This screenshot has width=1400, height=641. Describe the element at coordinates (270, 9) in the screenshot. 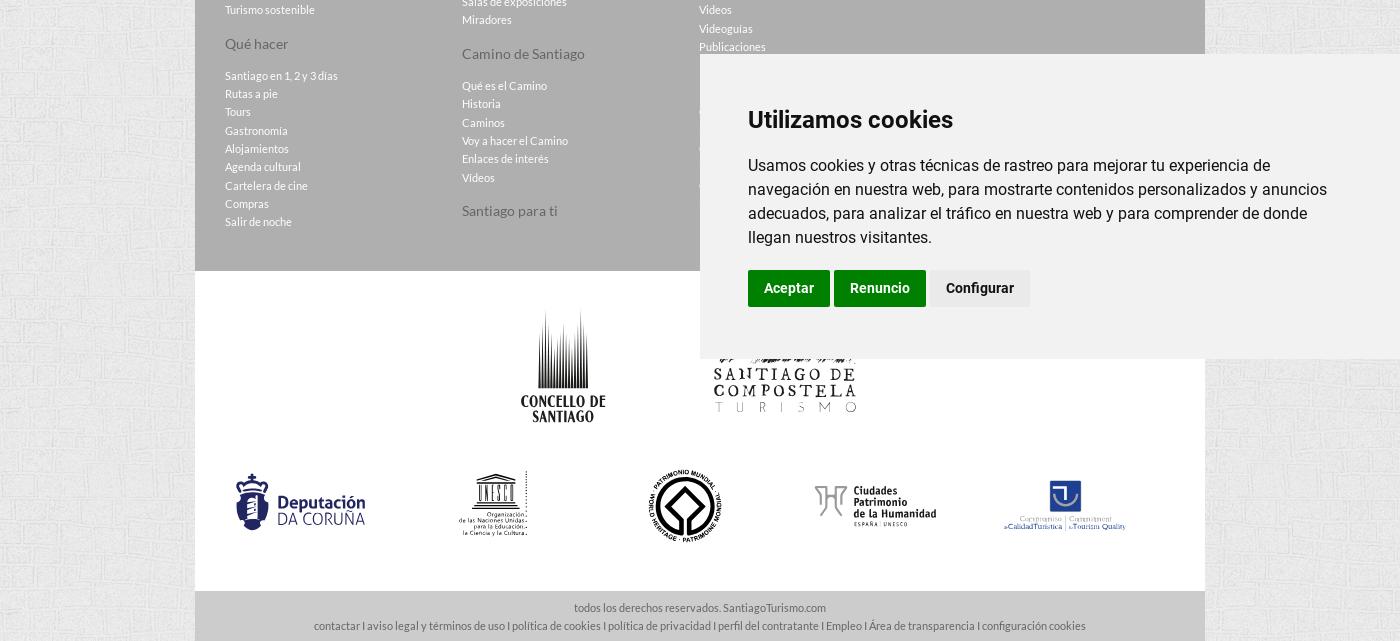

I see `'Turismo sostenible'` at that location.